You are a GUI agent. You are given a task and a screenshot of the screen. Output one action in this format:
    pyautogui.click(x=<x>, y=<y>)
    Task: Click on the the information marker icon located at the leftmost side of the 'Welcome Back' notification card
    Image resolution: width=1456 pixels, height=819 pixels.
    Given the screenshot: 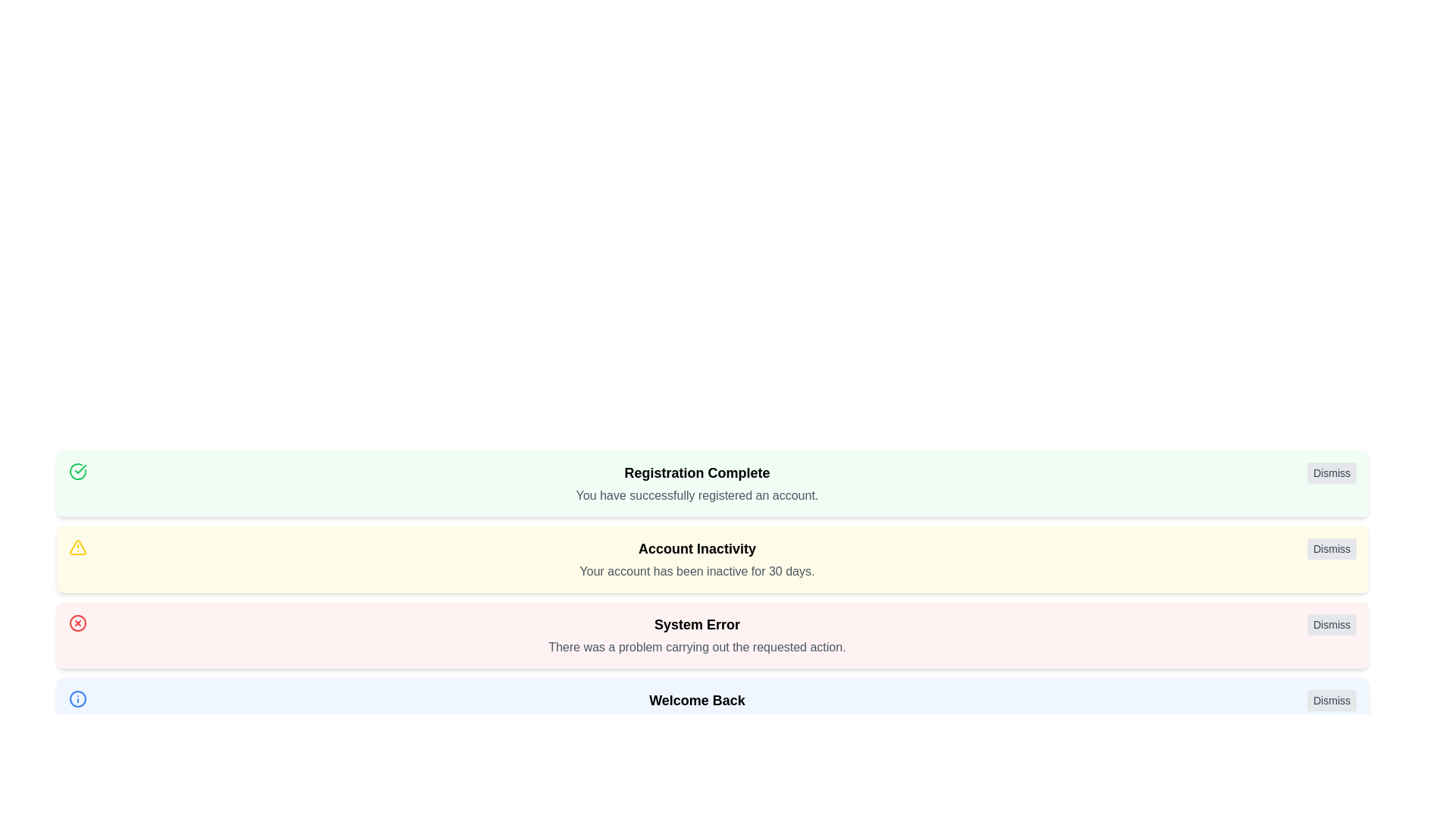 What is the action you would take?
    pyautogui.click(x=77, y=698)
    